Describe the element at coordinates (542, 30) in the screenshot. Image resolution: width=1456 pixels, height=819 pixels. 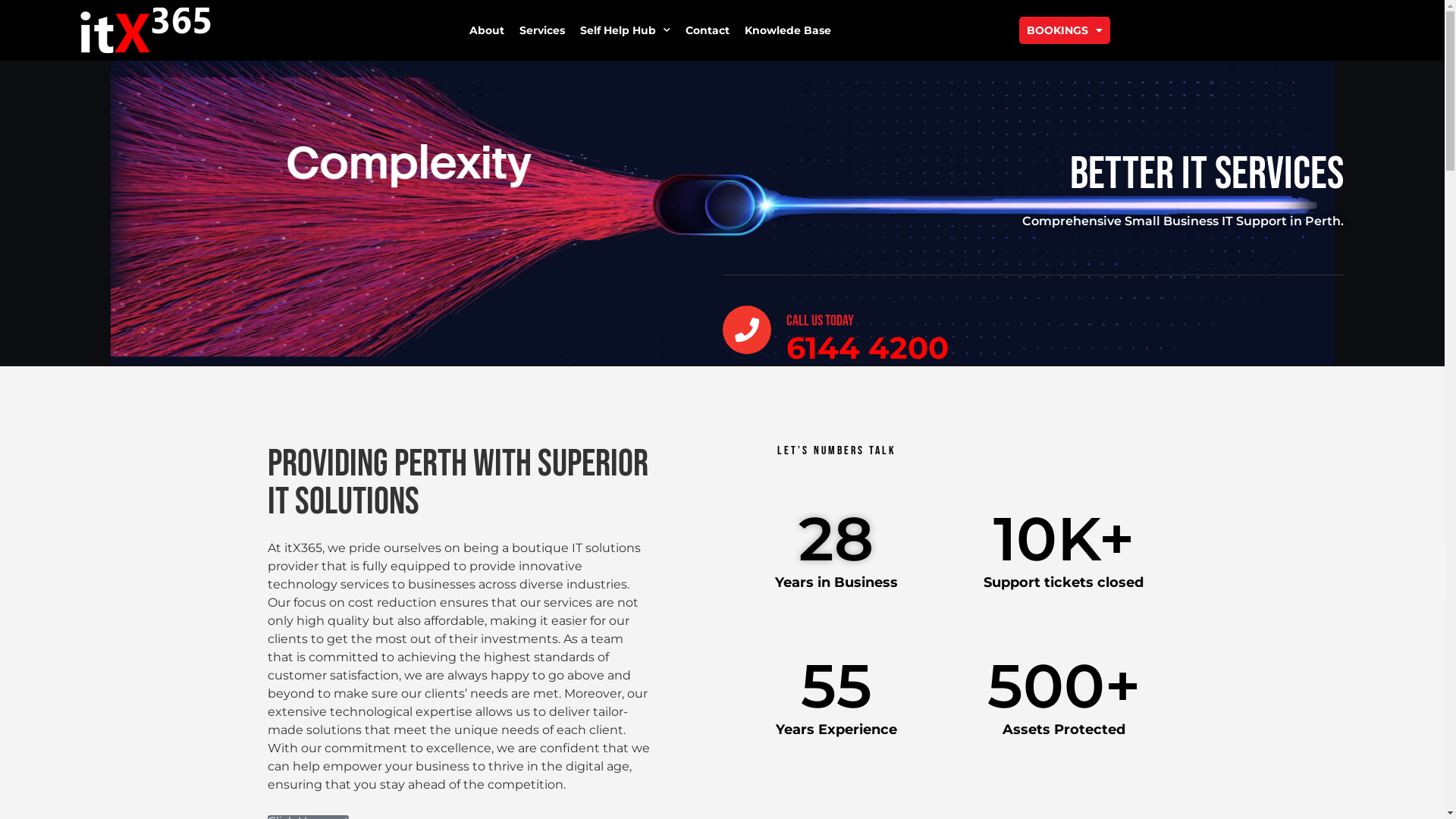
I see `'Services'` at that location.